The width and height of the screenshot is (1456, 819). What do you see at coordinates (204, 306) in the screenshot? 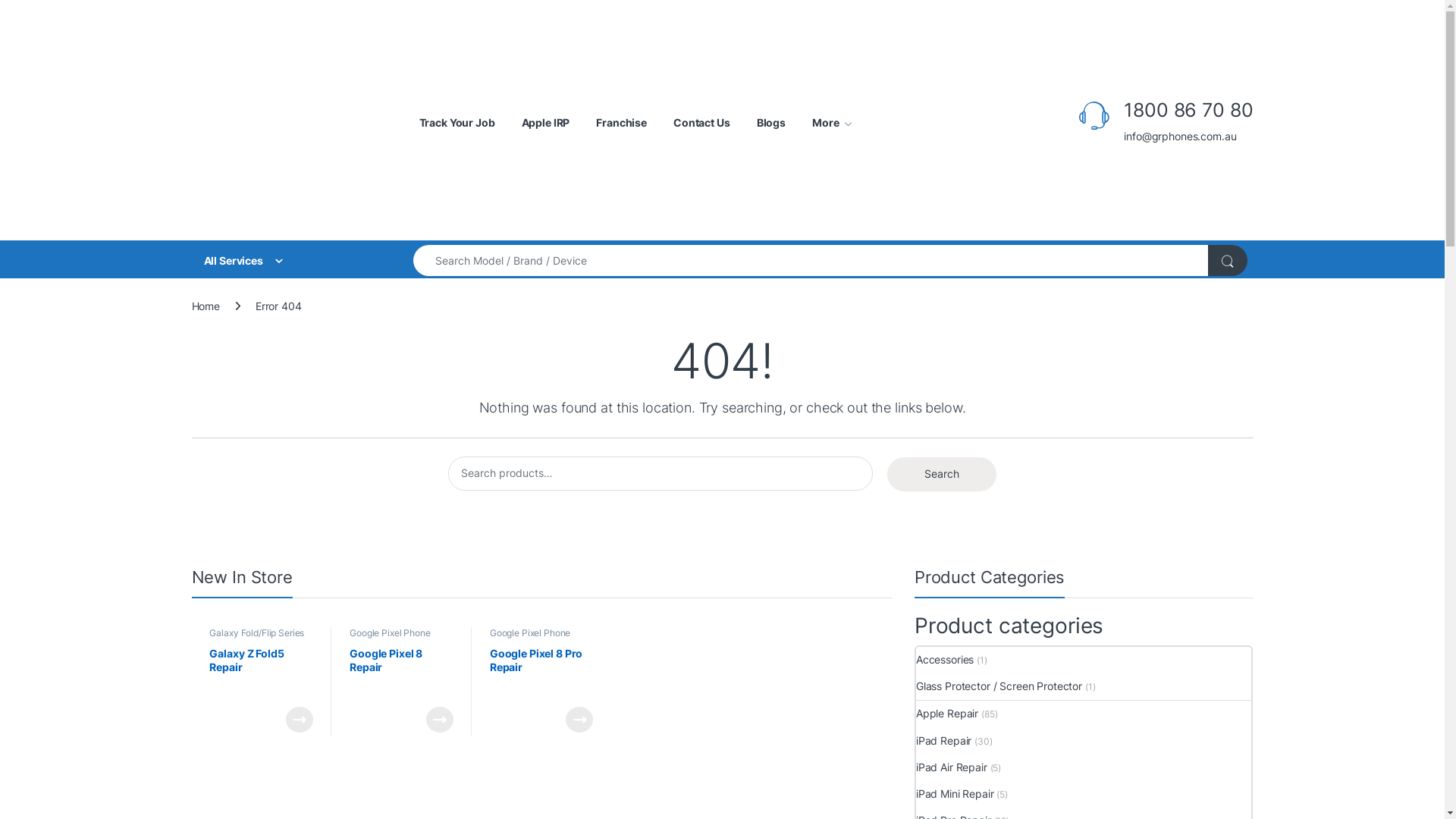
I see `'Home'` at bounding box center [204, 306].